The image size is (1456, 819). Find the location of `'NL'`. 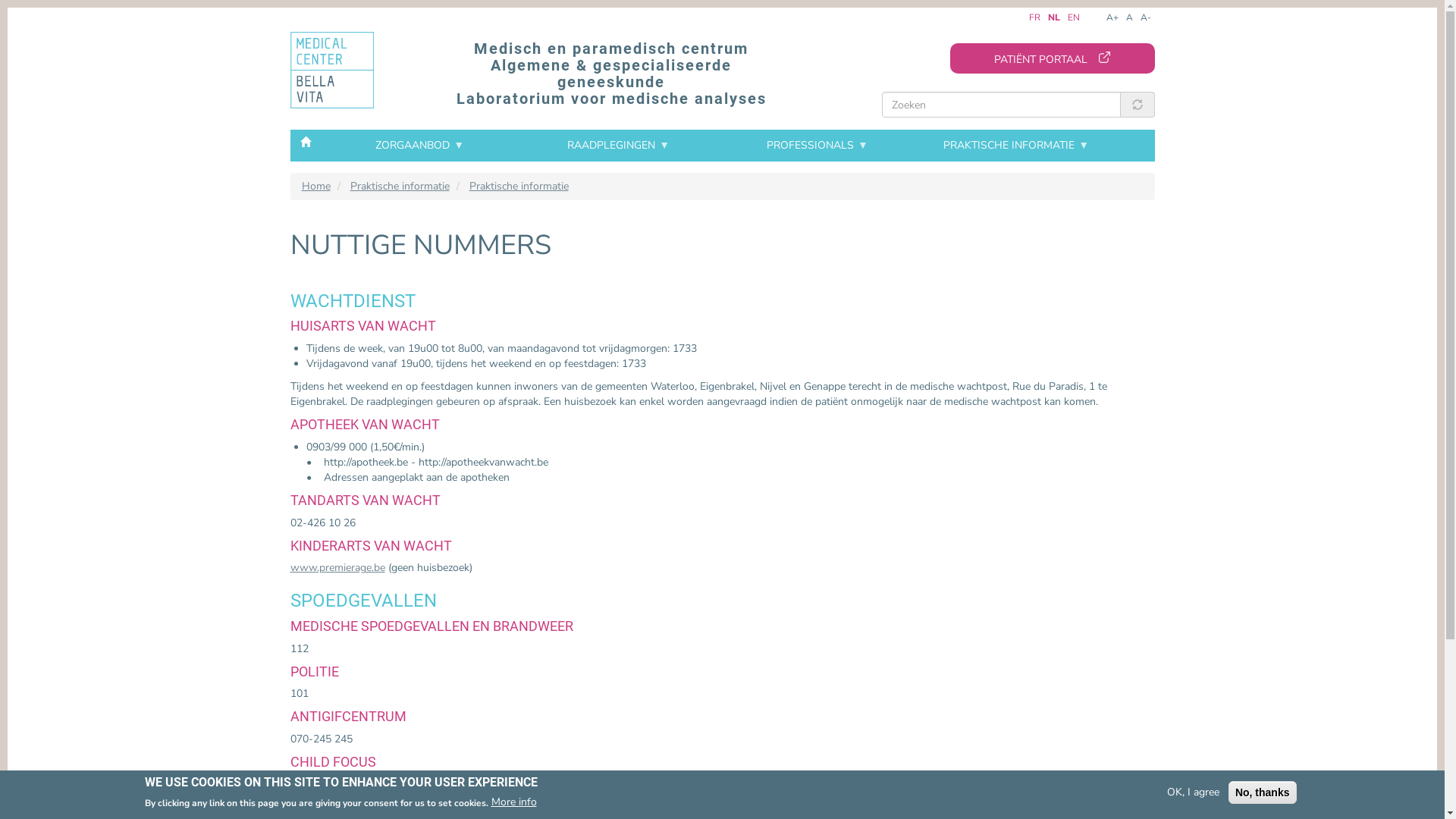

'NL' is located at coordinates (1053, 17).